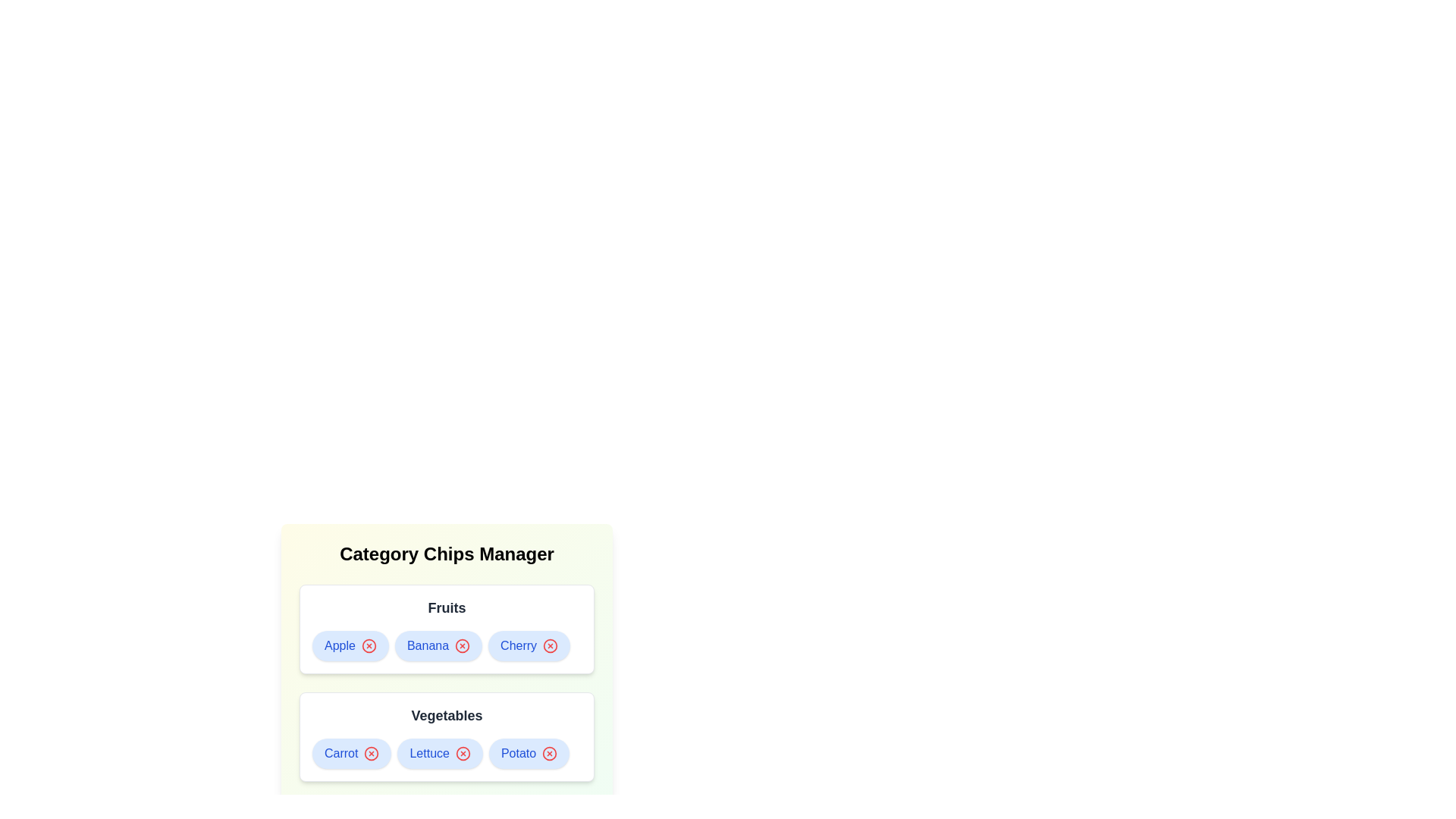 The image size is (1456, 819). What do you see at coordinates (351, 754) in the screenshot?
I see `the chip labeled Carrot to observe its hover effect` at bounding box center [351, 754].